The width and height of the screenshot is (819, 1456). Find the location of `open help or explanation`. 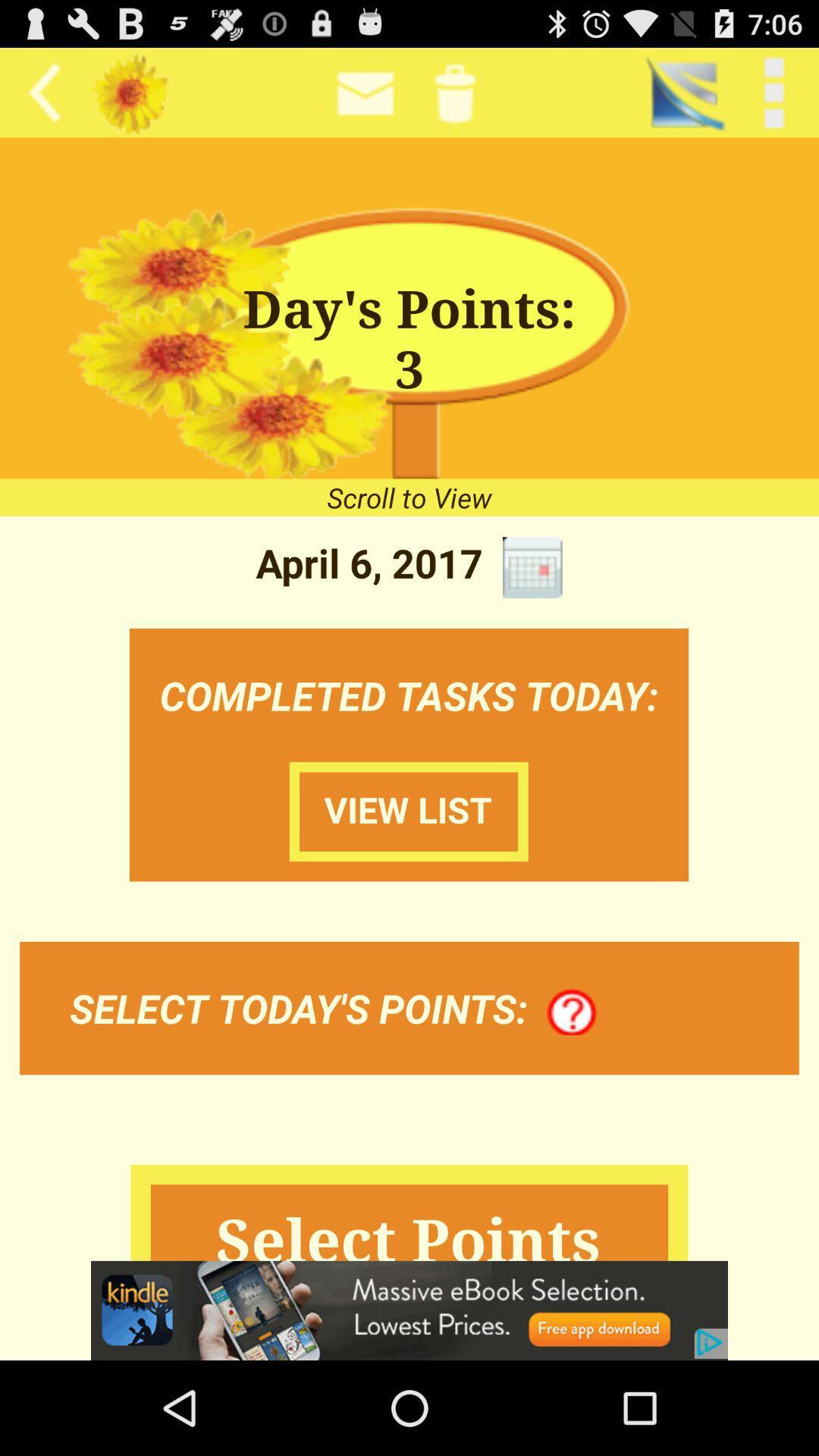

open help or explanation is located at coordinates (572, 1012).